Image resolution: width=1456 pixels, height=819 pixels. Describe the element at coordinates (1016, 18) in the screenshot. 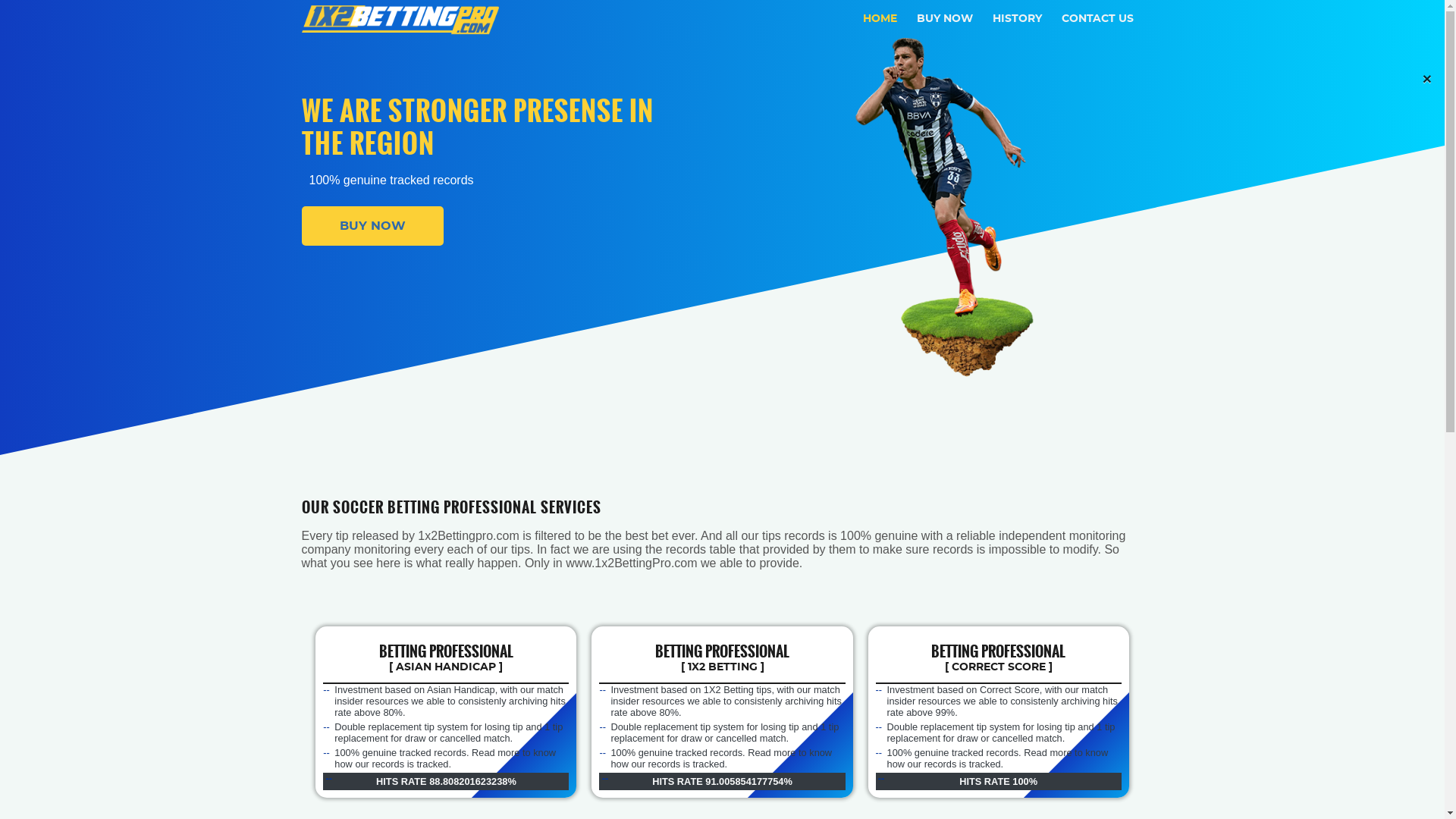

I see `'HISTORY'` at that location.